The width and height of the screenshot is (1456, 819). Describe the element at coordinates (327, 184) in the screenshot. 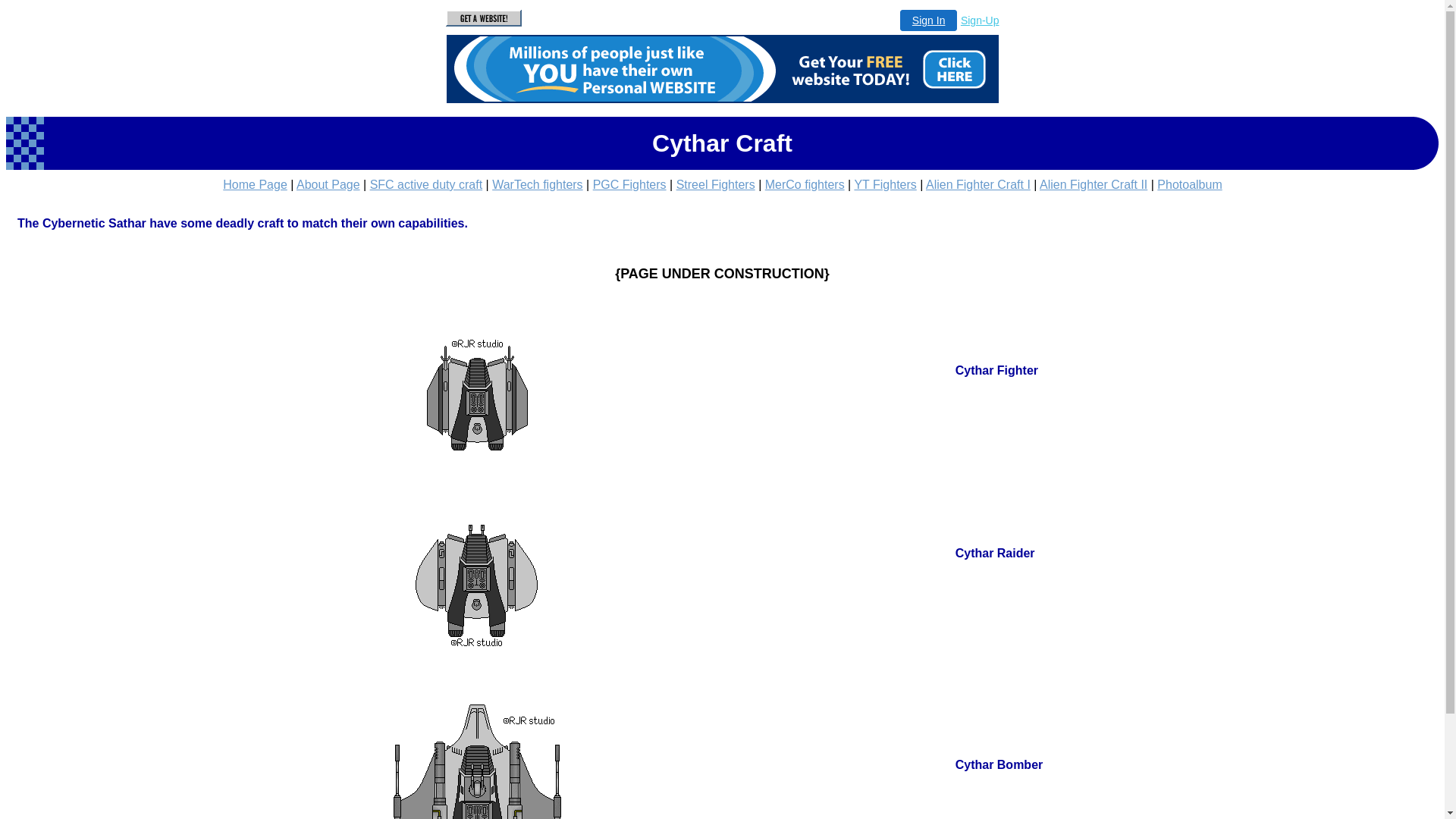

I see `'About Page'` at that location.